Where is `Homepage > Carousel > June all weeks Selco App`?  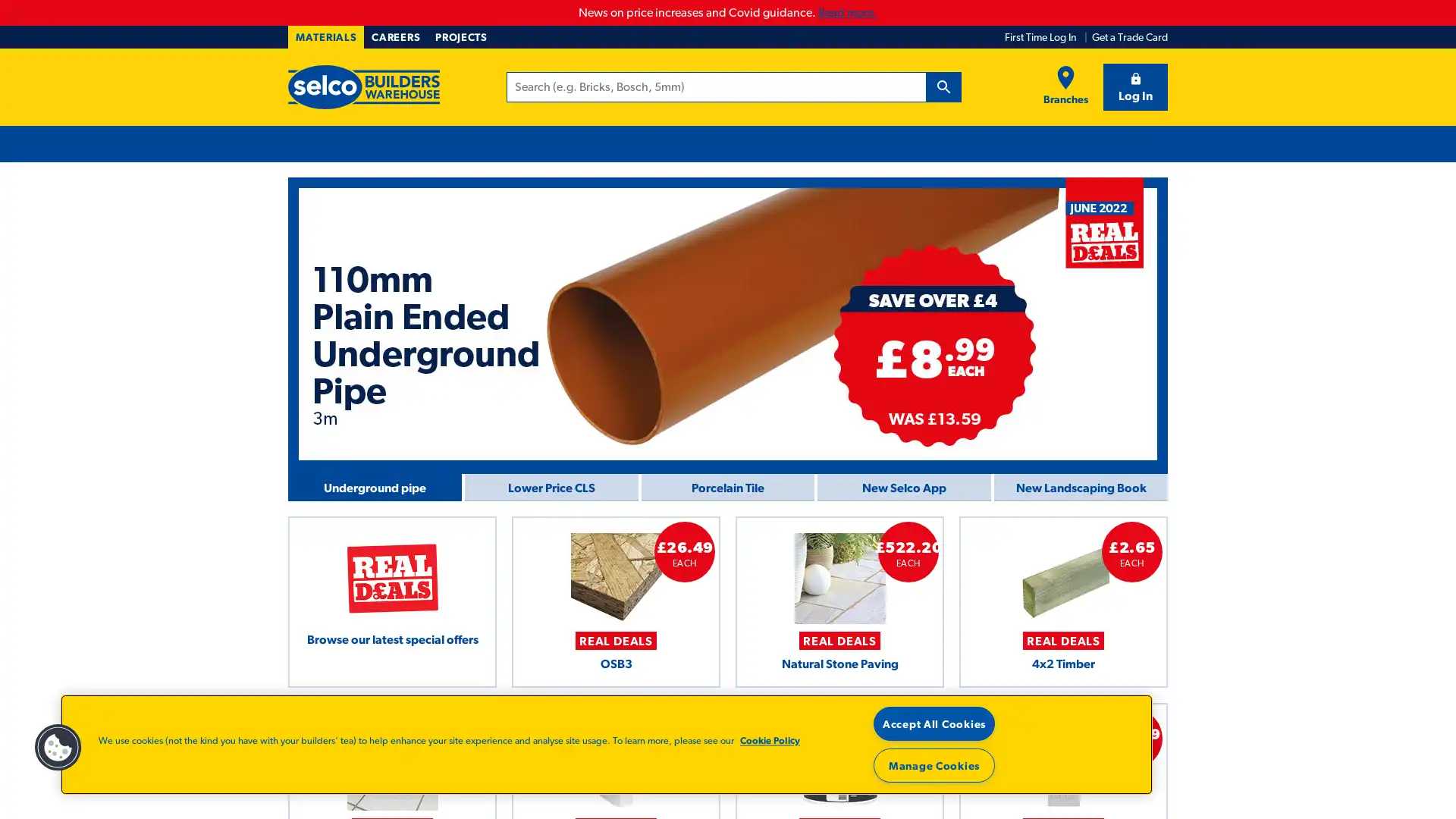
Homepage > Carousel > June all weeks Selco App is located at coordinates (904, 488).